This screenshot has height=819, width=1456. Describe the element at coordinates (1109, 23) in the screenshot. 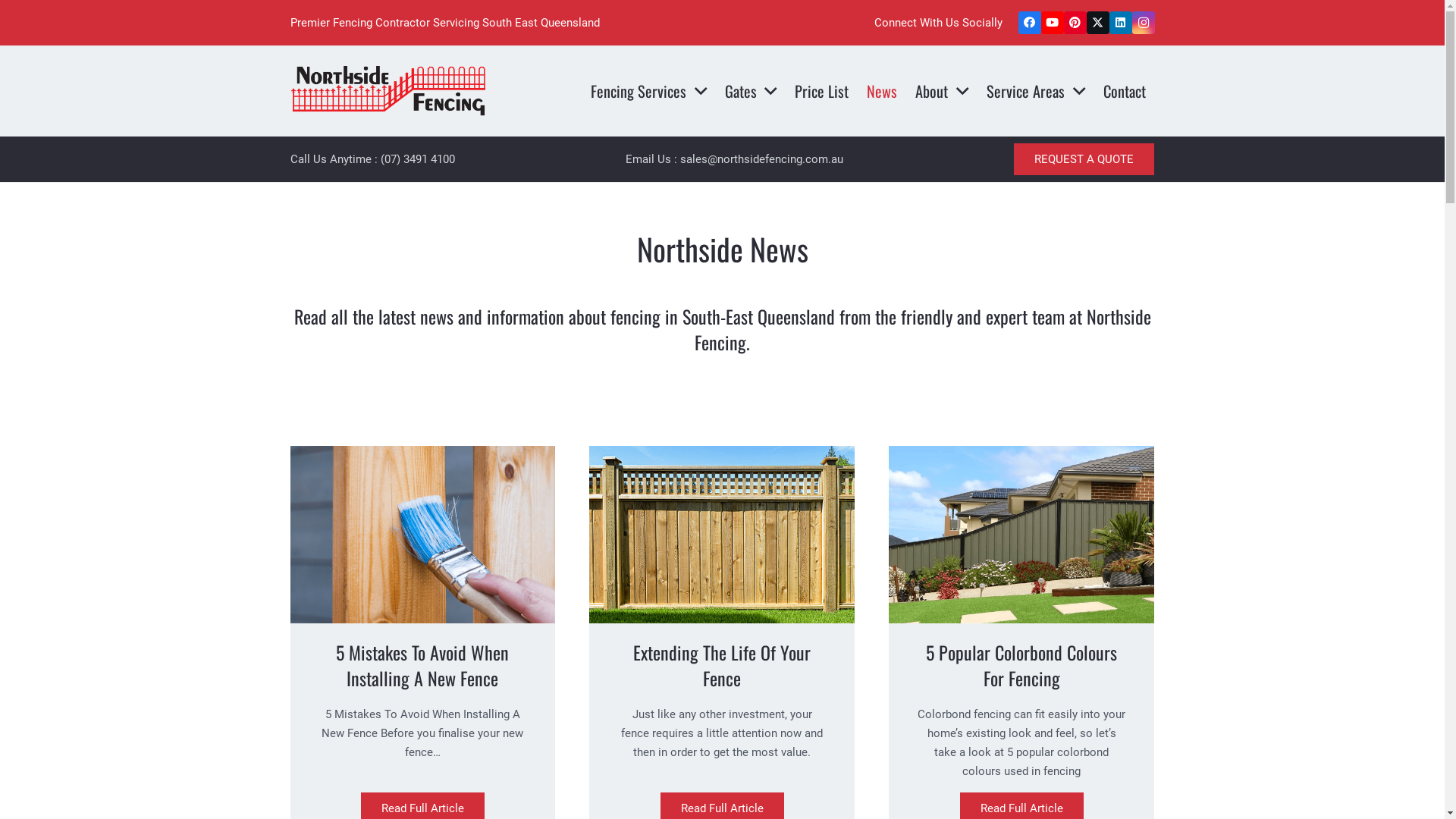

I see `'LinkedIn'` at that location.